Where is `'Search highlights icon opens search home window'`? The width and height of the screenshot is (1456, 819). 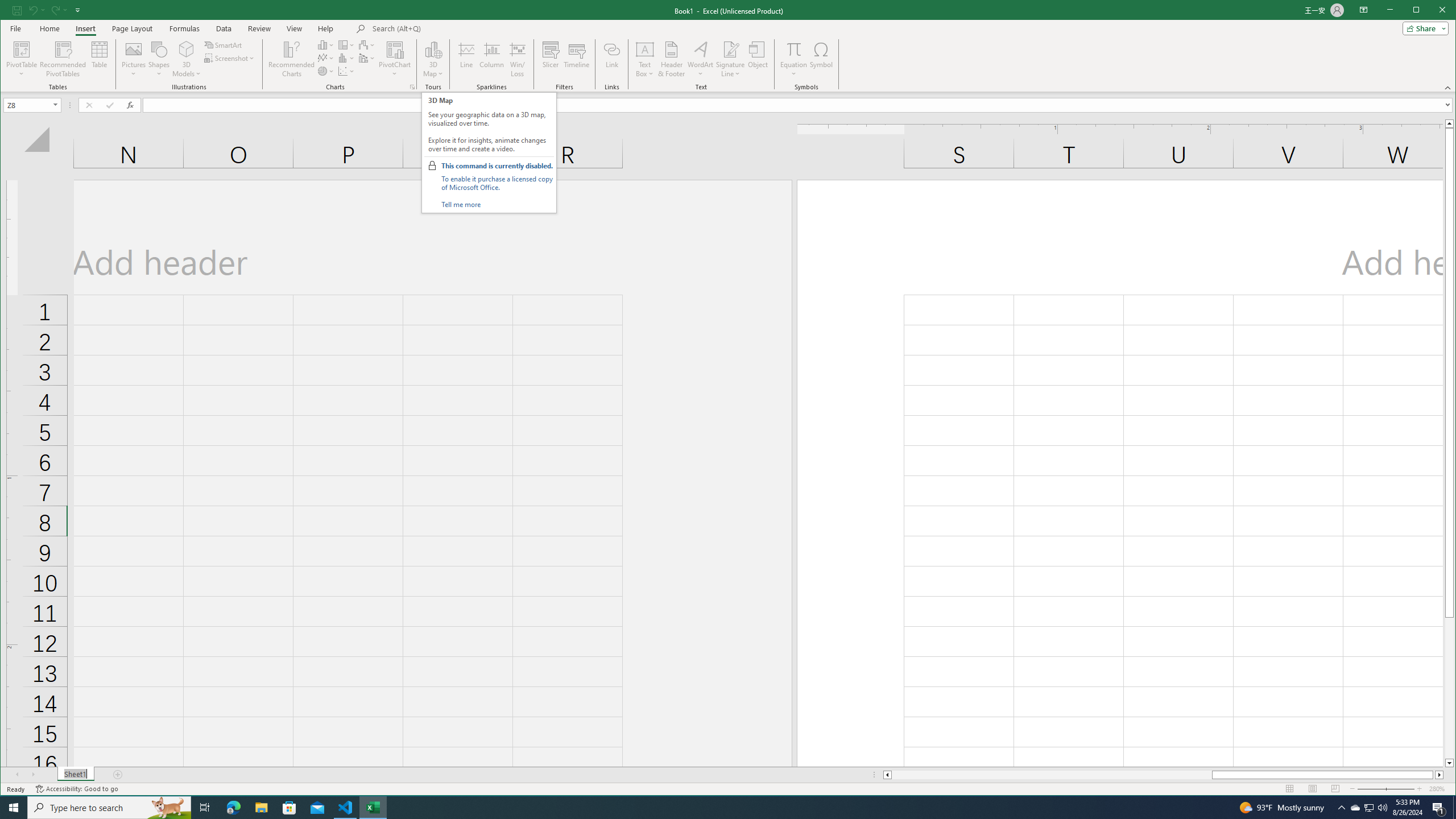
'Search highlights icon opens search home window' is located at coordinates (167, 806).